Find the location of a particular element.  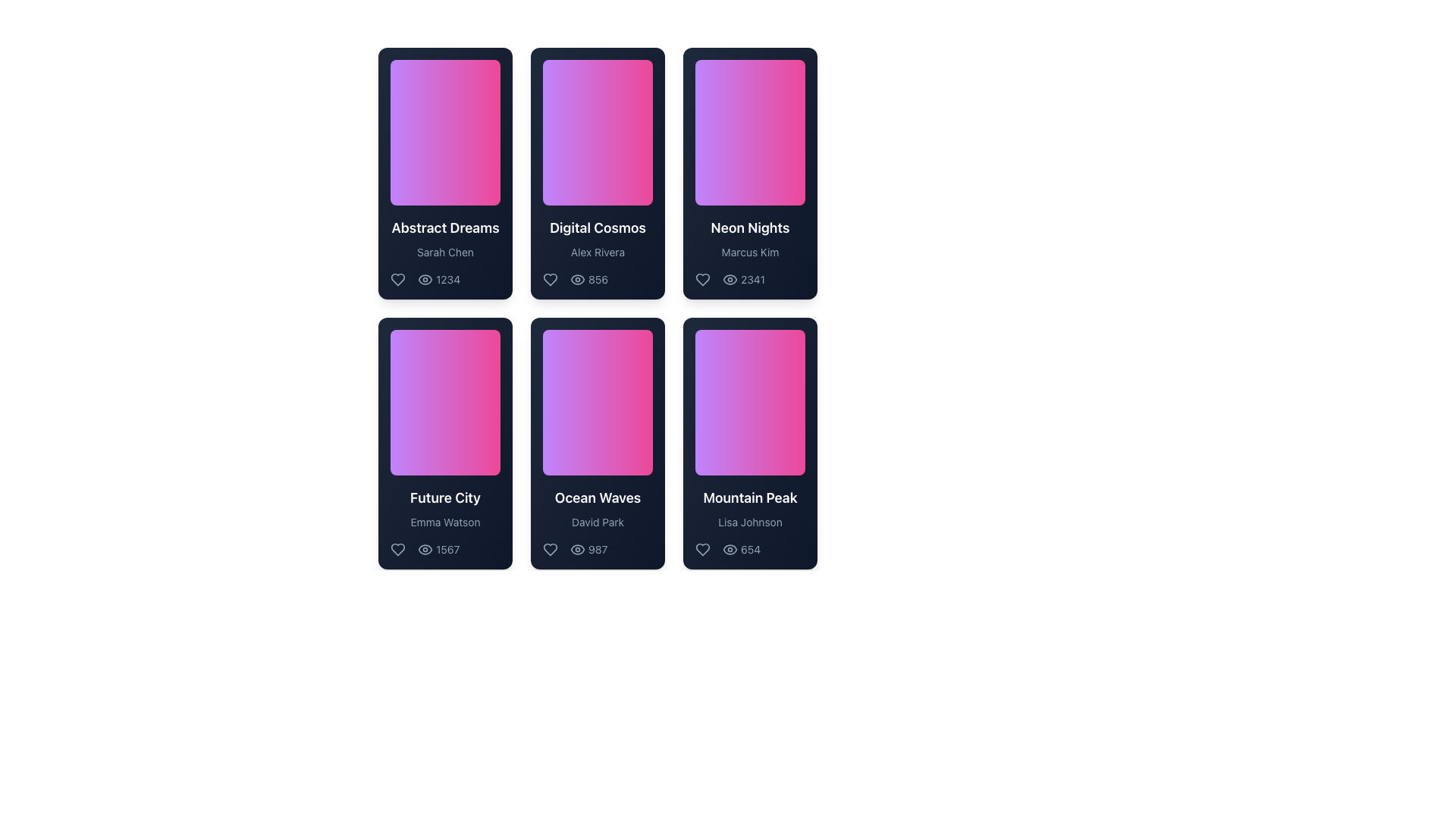

the eye icon with the numeric text '856' located in the second row of the 'Digital Cosmos' card, positioned in the central column of the grid layout is located at coordinates (588, 280).